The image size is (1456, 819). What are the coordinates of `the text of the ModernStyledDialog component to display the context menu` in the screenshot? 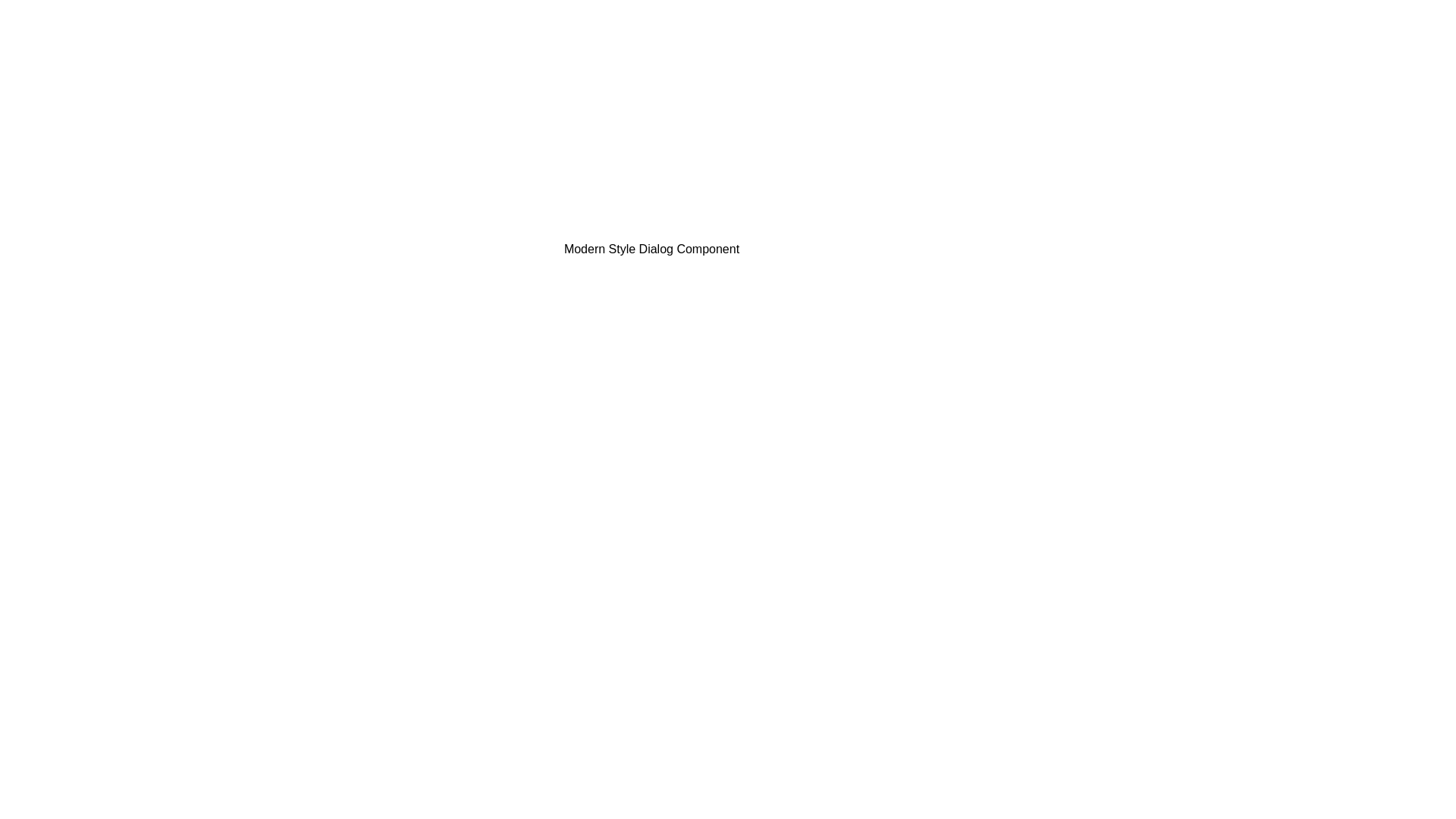 It's located at (651, 248).